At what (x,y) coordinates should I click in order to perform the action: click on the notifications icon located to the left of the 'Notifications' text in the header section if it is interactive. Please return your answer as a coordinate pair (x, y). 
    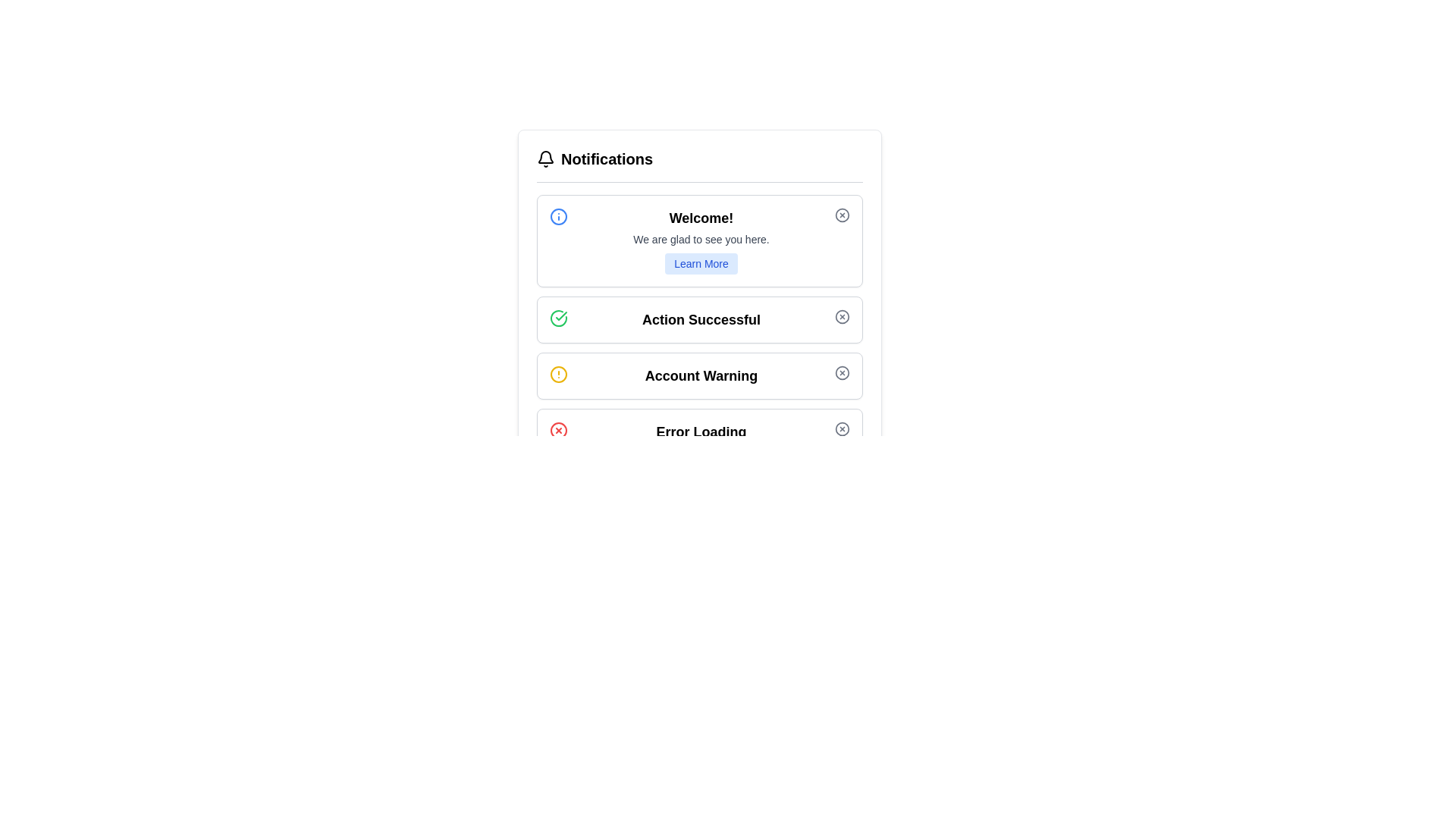
    Looking at the image, I should click on (546, 158).